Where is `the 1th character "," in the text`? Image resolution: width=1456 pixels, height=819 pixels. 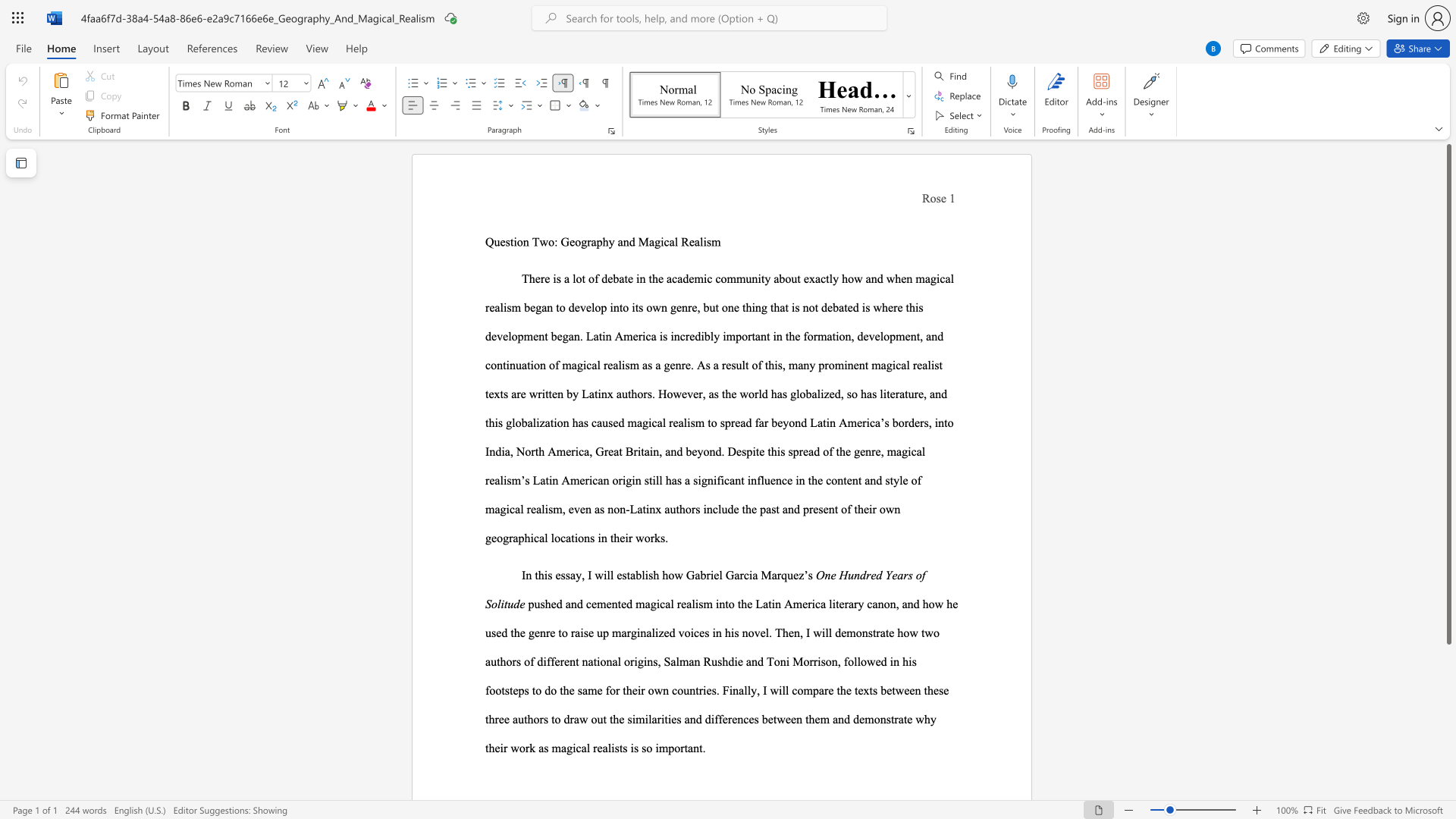 the 1th character "," in the text is located at coordinates (929, 422).